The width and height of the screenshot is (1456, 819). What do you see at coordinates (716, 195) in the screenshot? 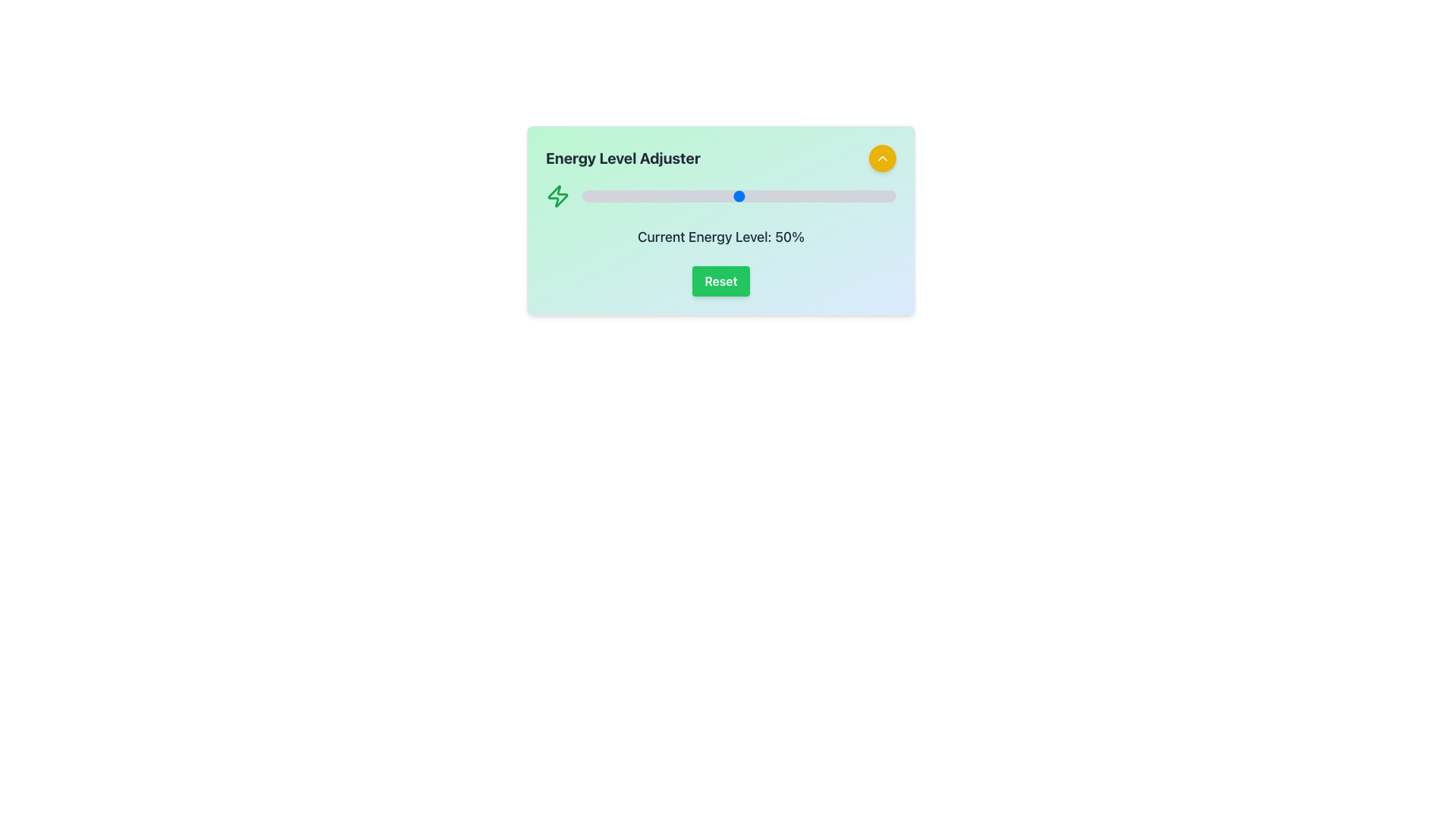
I see `energy level` at bounding box center [716, 195].